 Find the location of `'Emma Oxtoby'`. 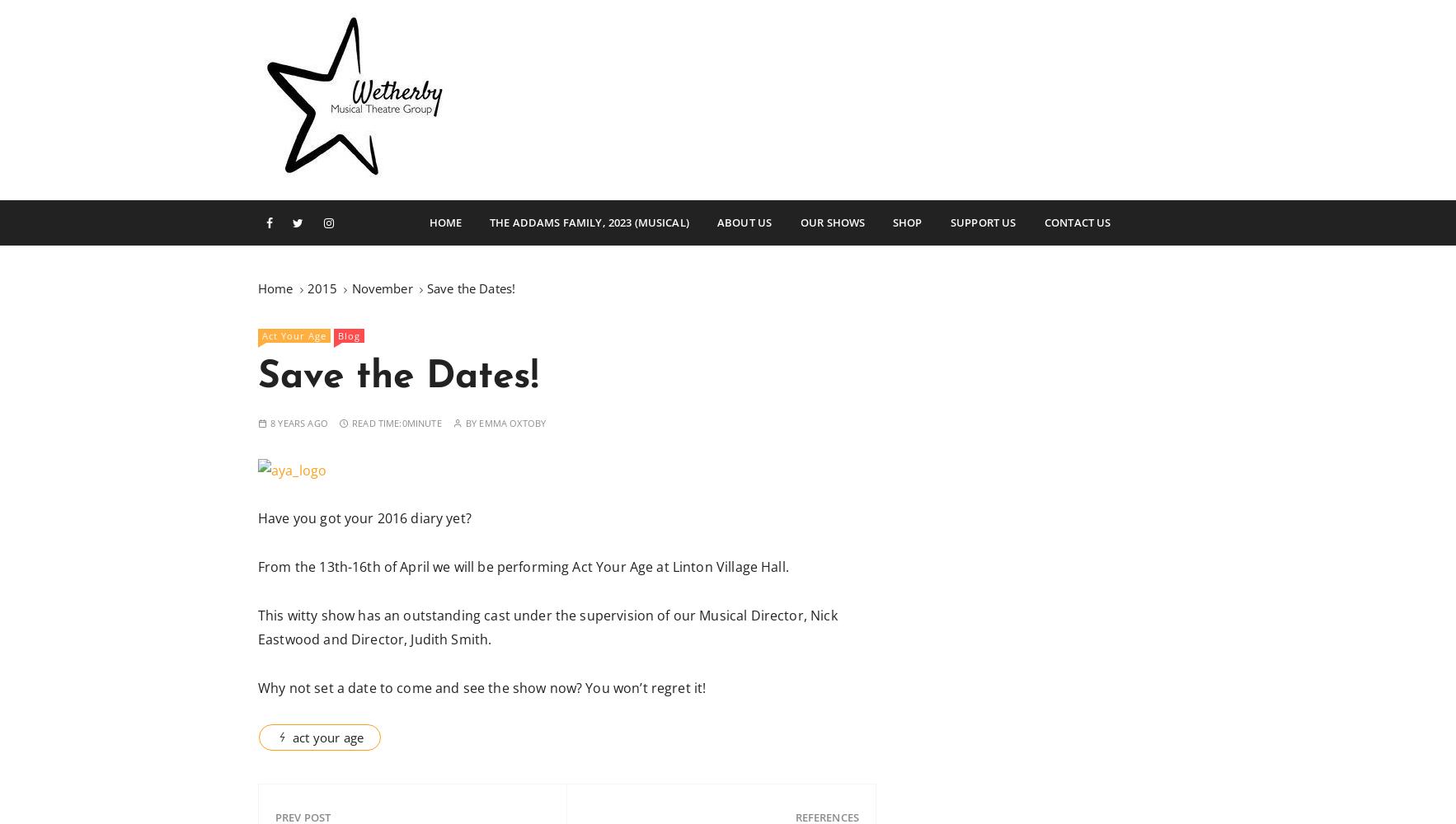

'Emma Oxtoby' is located at coordinates (512, 422).